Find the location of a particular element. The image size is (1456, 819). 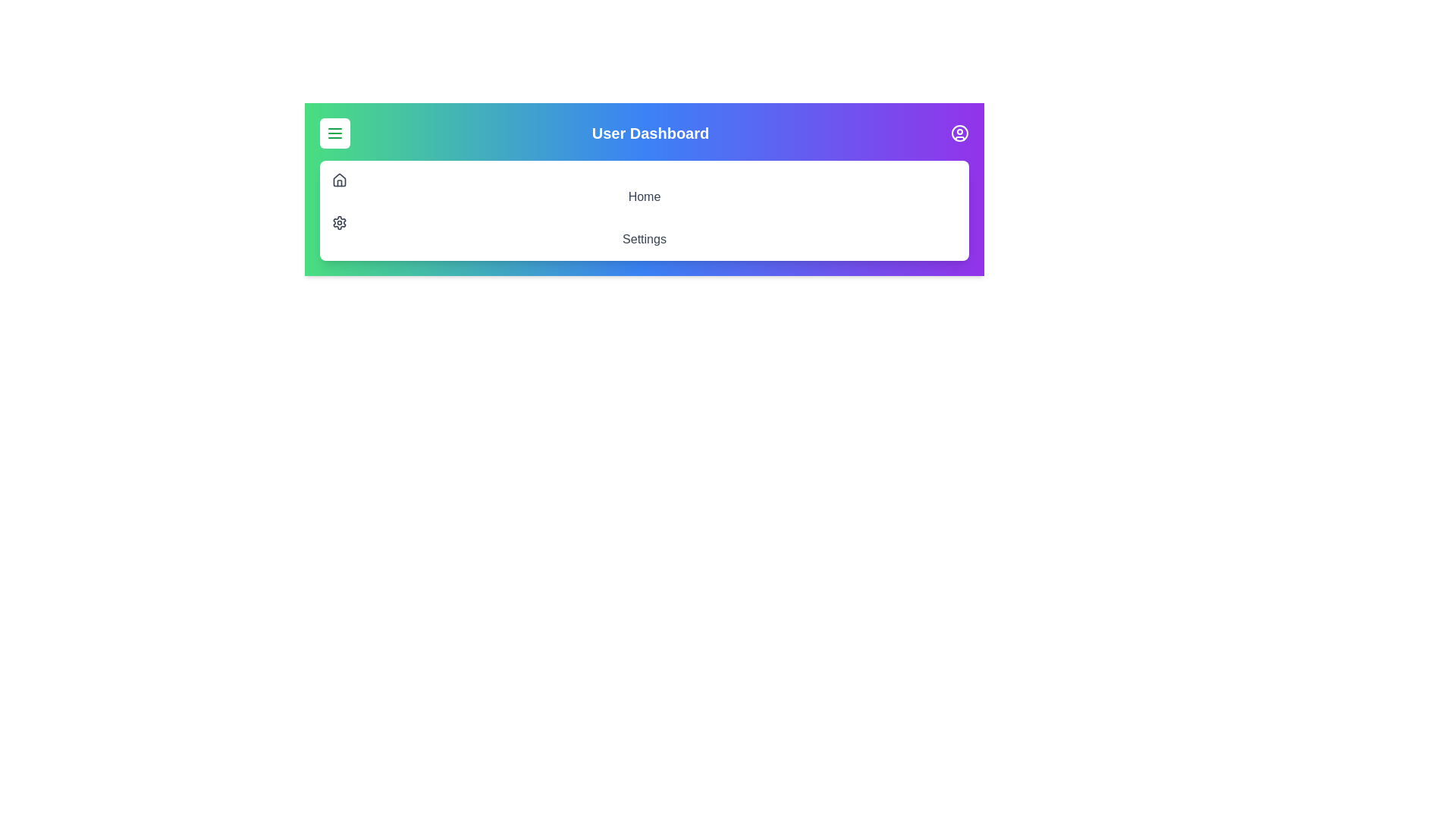

the 'Settings' option in the navigation menu is located at coordinates (338, 222).